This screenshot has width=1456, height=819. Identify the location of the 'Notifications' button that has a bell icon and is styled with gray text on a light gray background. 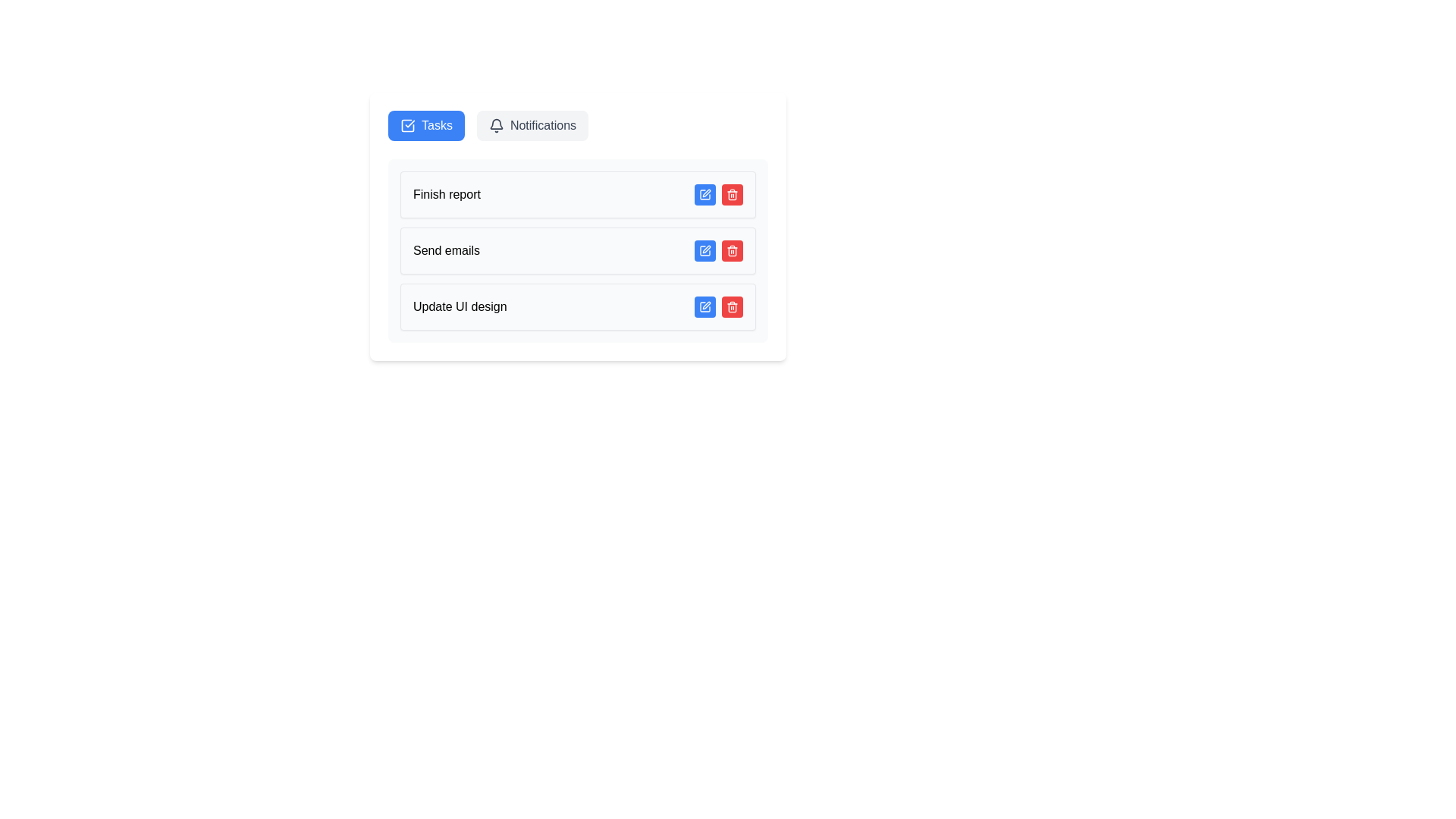
(532, 124).